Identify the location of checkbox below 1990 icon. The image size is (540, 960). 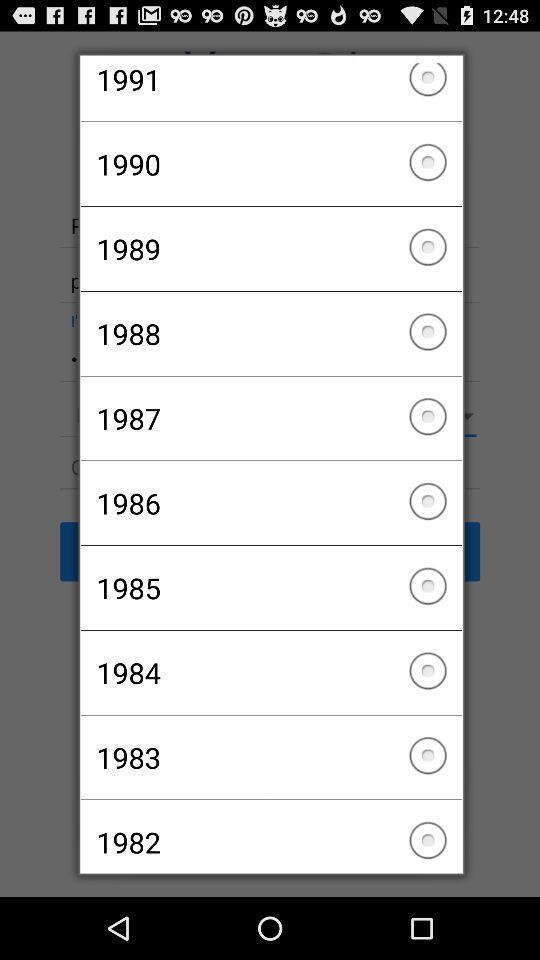
(270, 248).